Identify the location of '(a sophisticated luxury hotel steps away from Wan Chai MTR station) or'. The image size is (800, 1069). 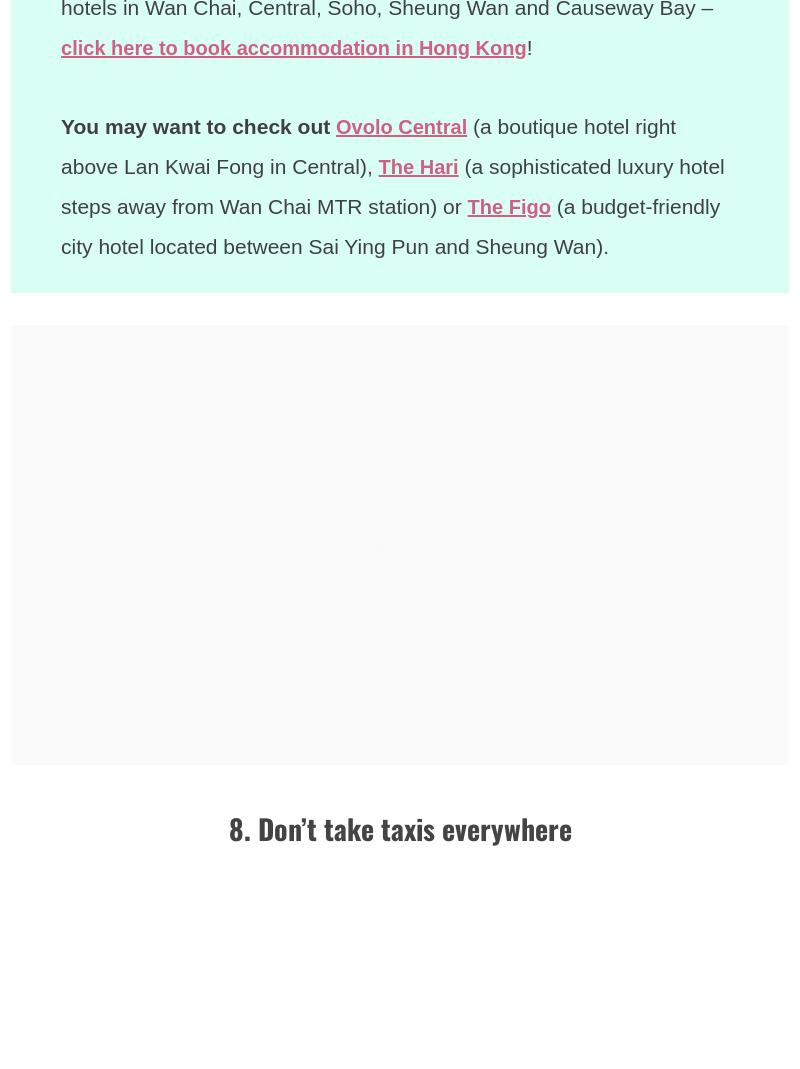
(393, 186).